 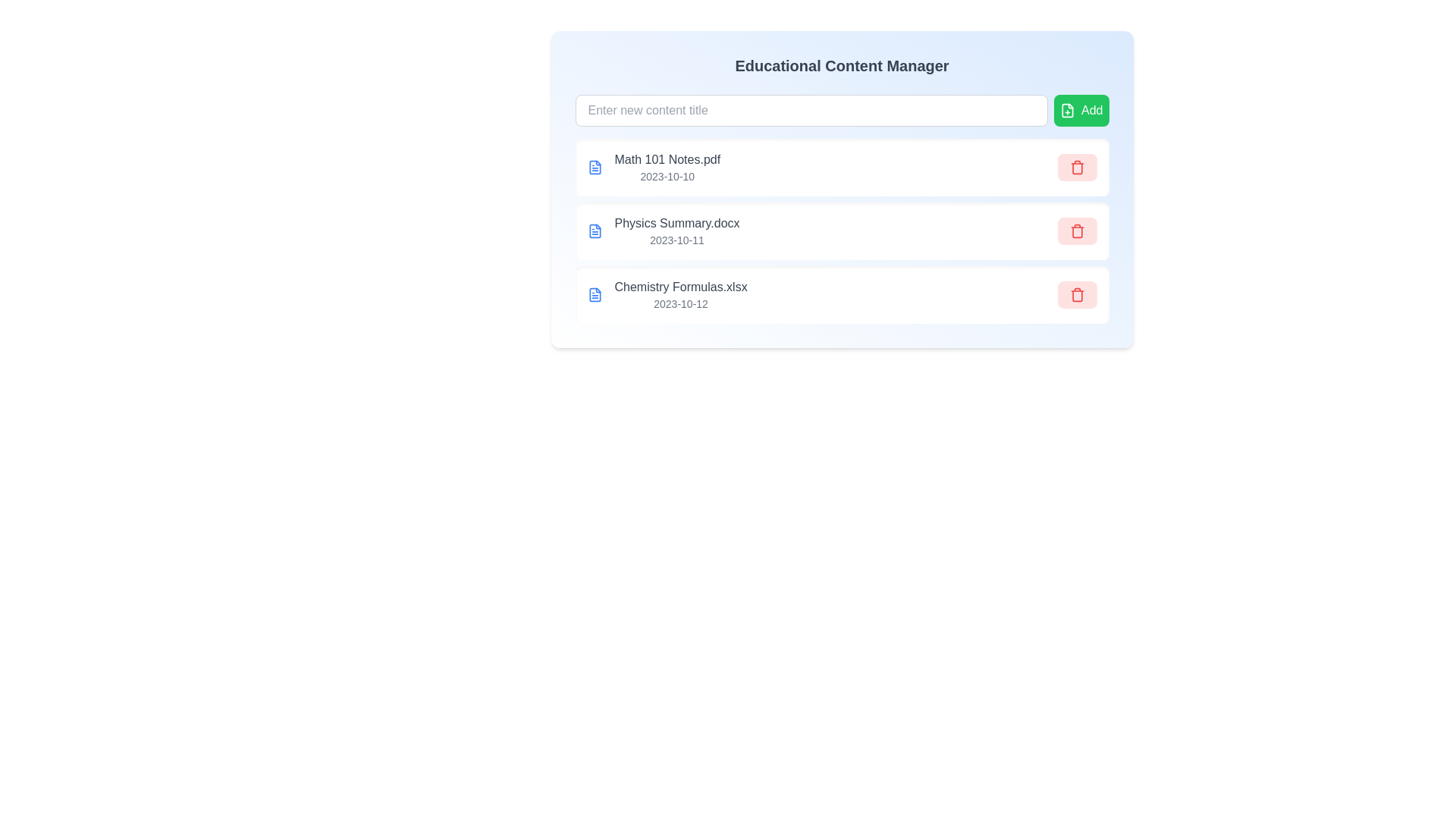 What do you see at coordinates (676, 239) in the screenshot?
I see `the static text label displaying the date '2023-10-11', which is located below 'Physics Summary.docx' in the second entry of a vertical list` at bounding box center [676, 239].